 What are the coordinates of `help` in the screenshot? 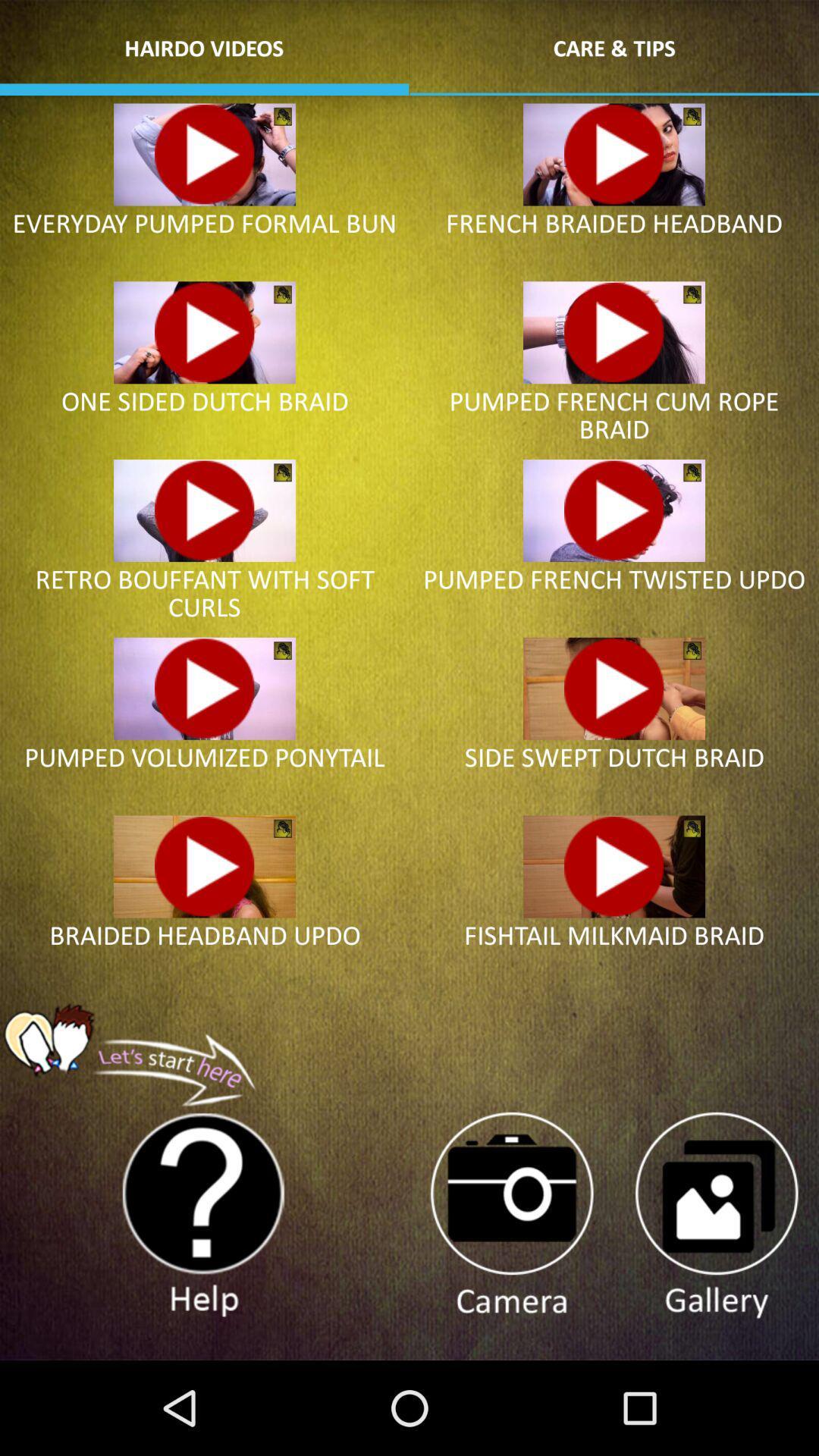 It's located at (203, 1216).